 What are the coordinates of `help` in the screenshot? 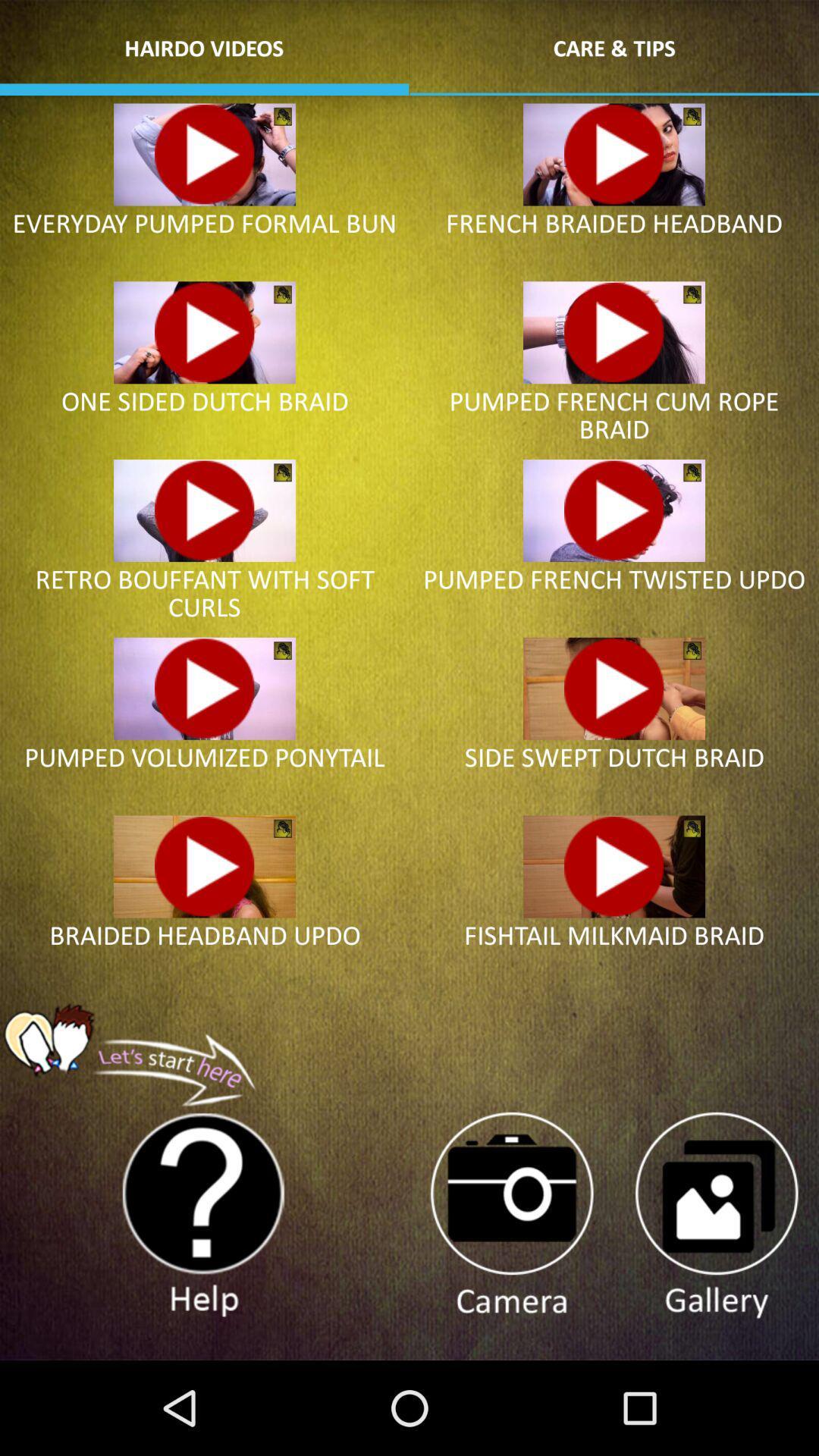 It's located at (203, 1216).